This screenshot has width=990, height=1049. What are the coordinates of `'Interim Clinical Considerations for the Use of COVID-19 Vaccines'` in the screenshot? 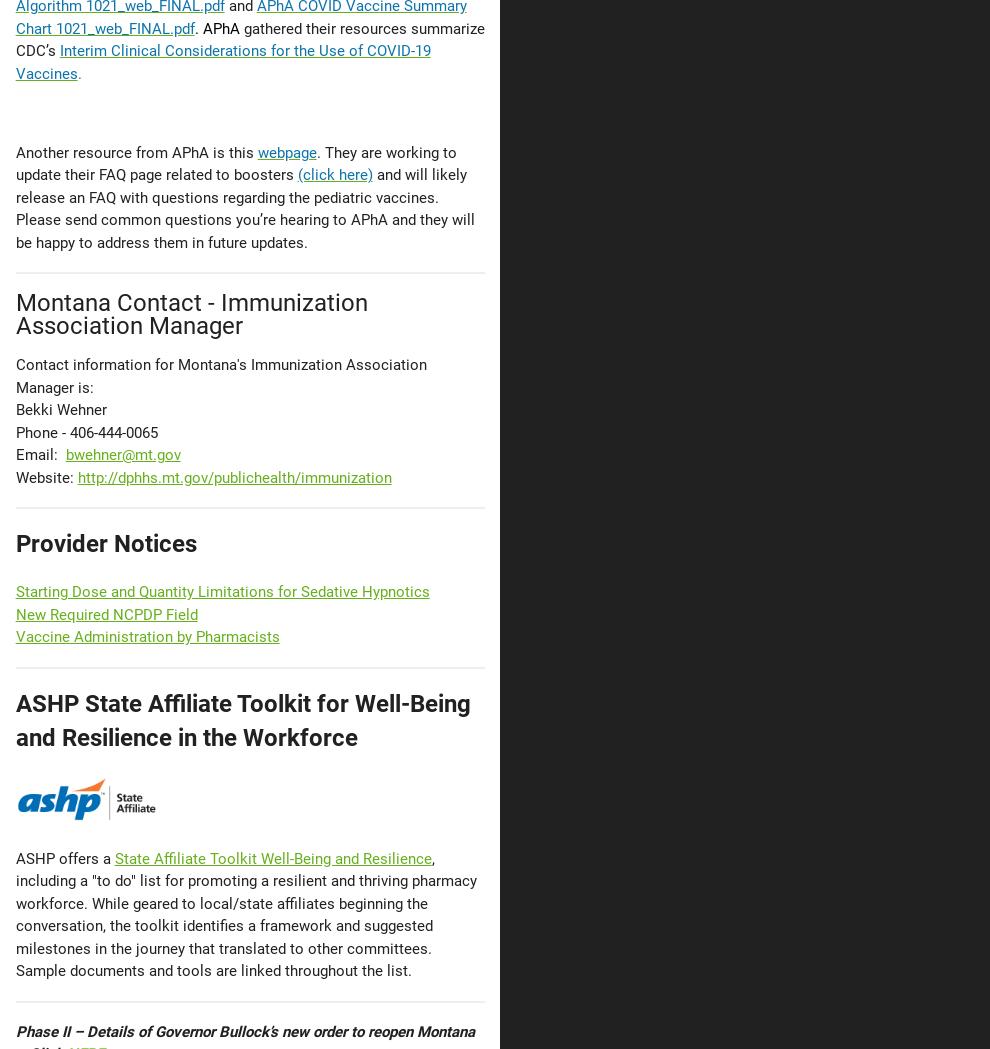 It's located at (221, 61).